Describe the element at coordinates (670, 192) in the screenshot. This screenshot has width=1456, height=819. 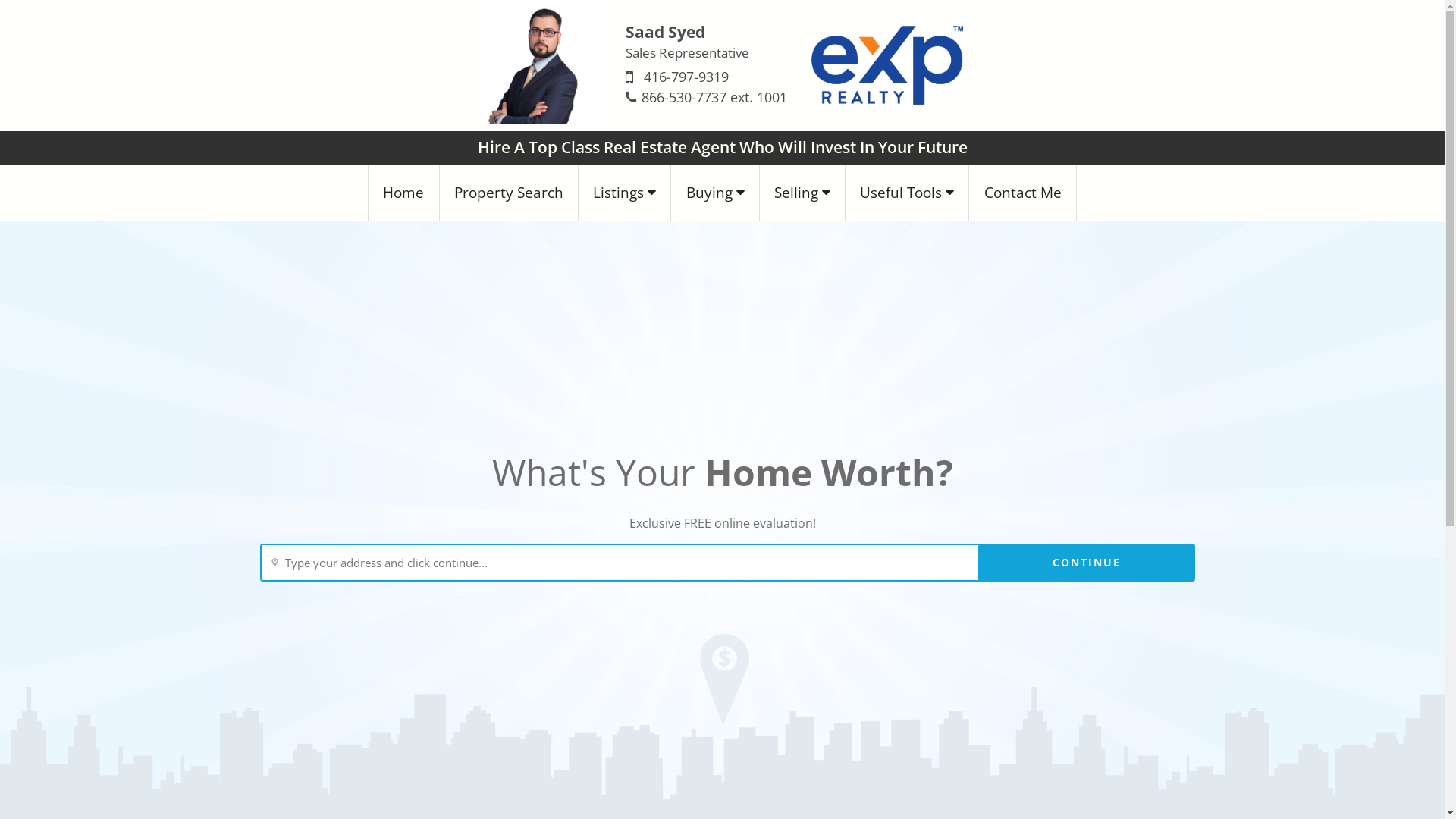
I see `'Buying'` at that location.